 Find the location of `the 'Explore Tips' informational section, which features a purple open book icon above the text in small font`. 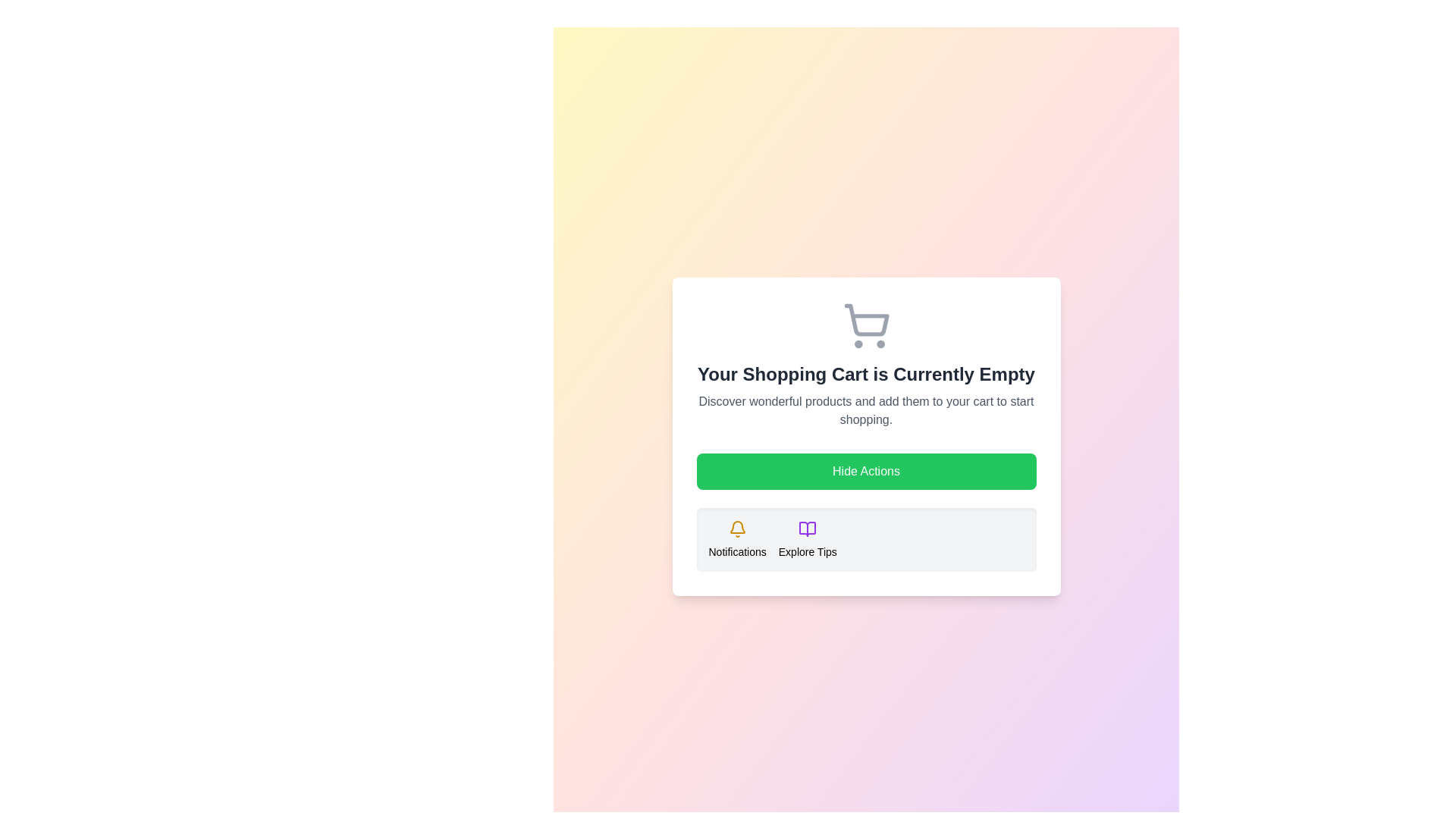

the 'Explore Tips' informational section, which features a purple open book icon above the text in small font is located at coordinates (807, 539).